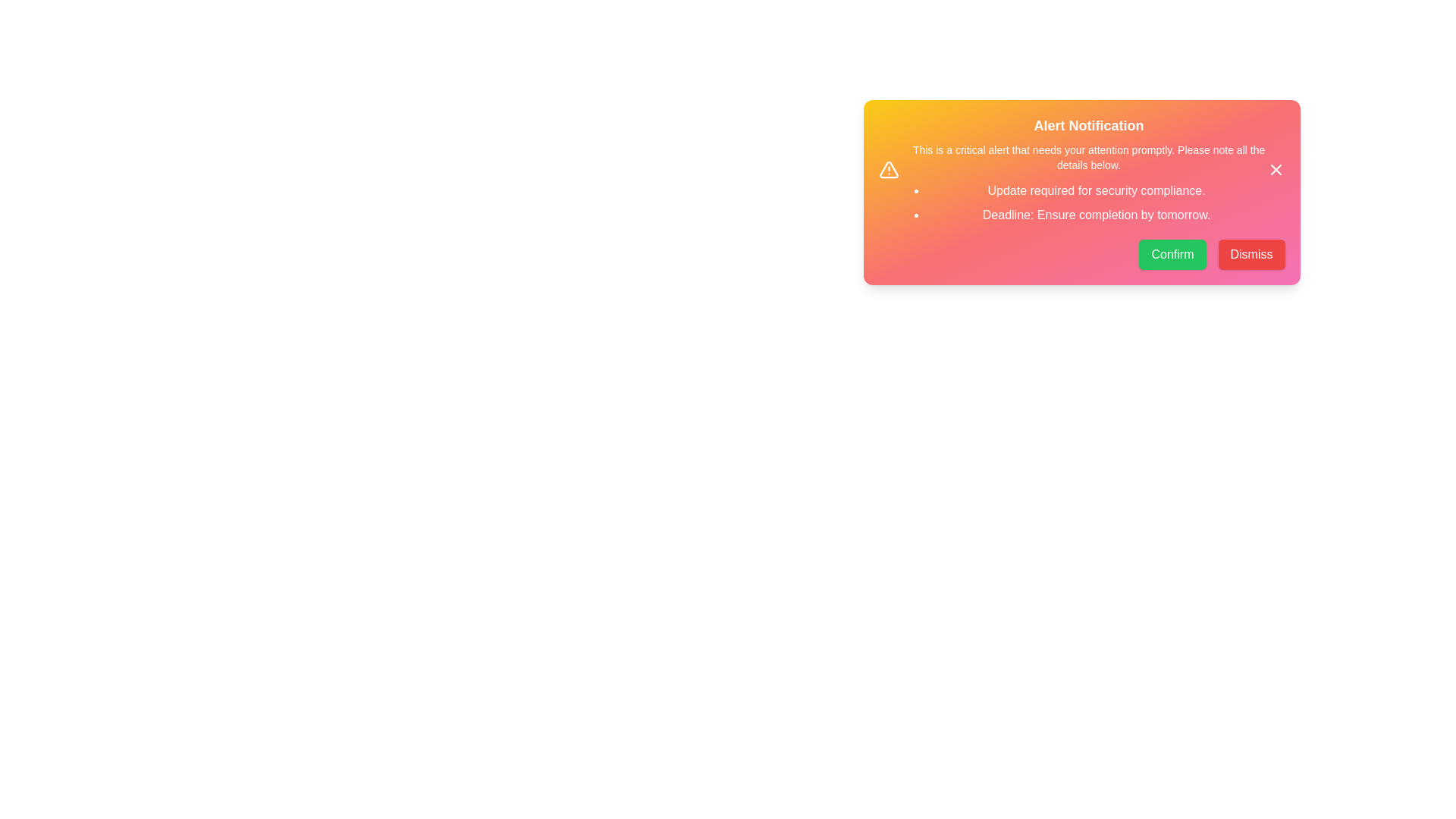  Describe the element at coordinates (1171, 253) in the screenshot. I see `'Confirm' button to acknowledge the alert` at that location.